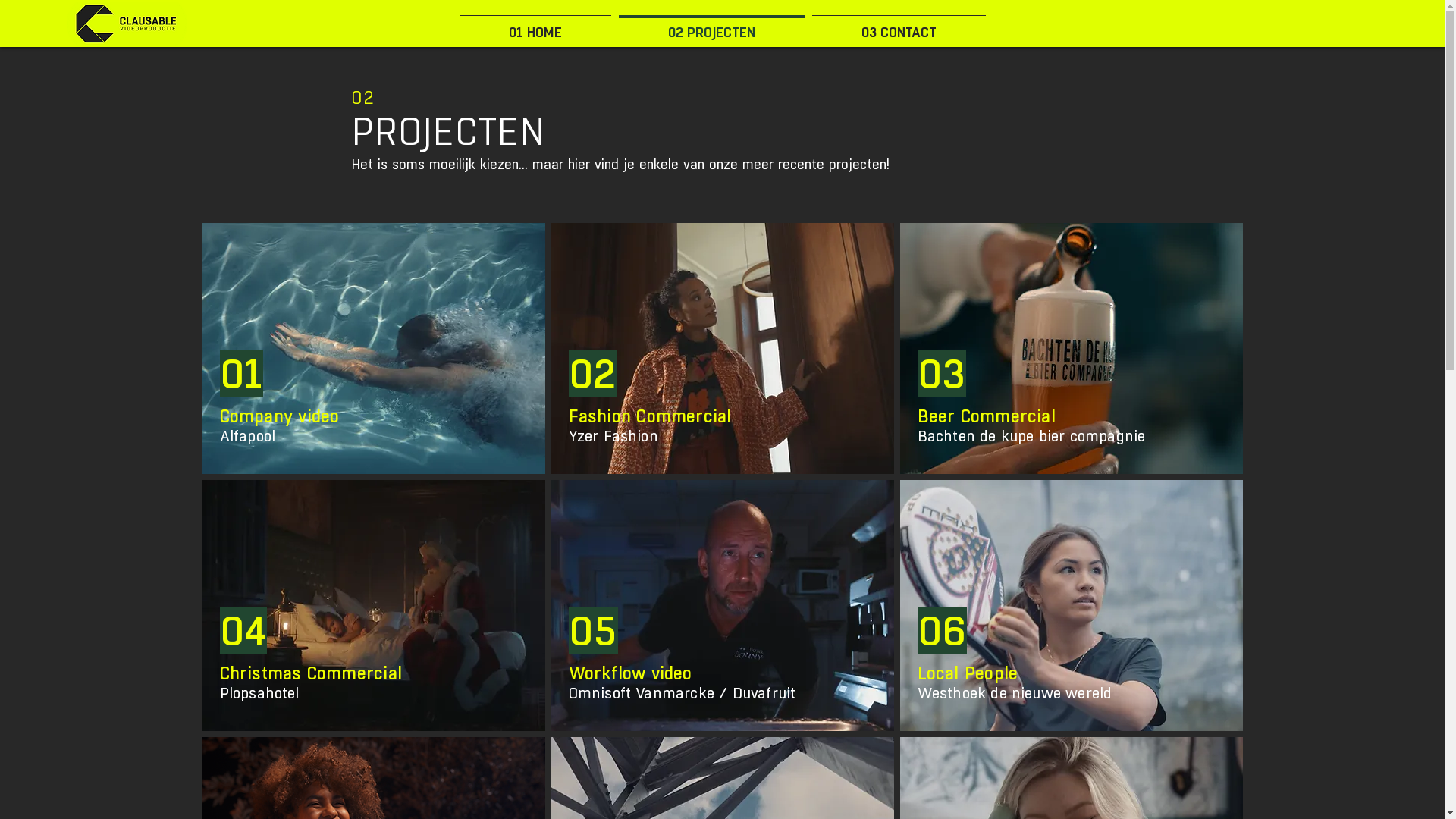 The width and height of the screenshot is (1456, 819). Describe the element at coordinates (243, 631) in the screenshot. I see `'04'` at that location.